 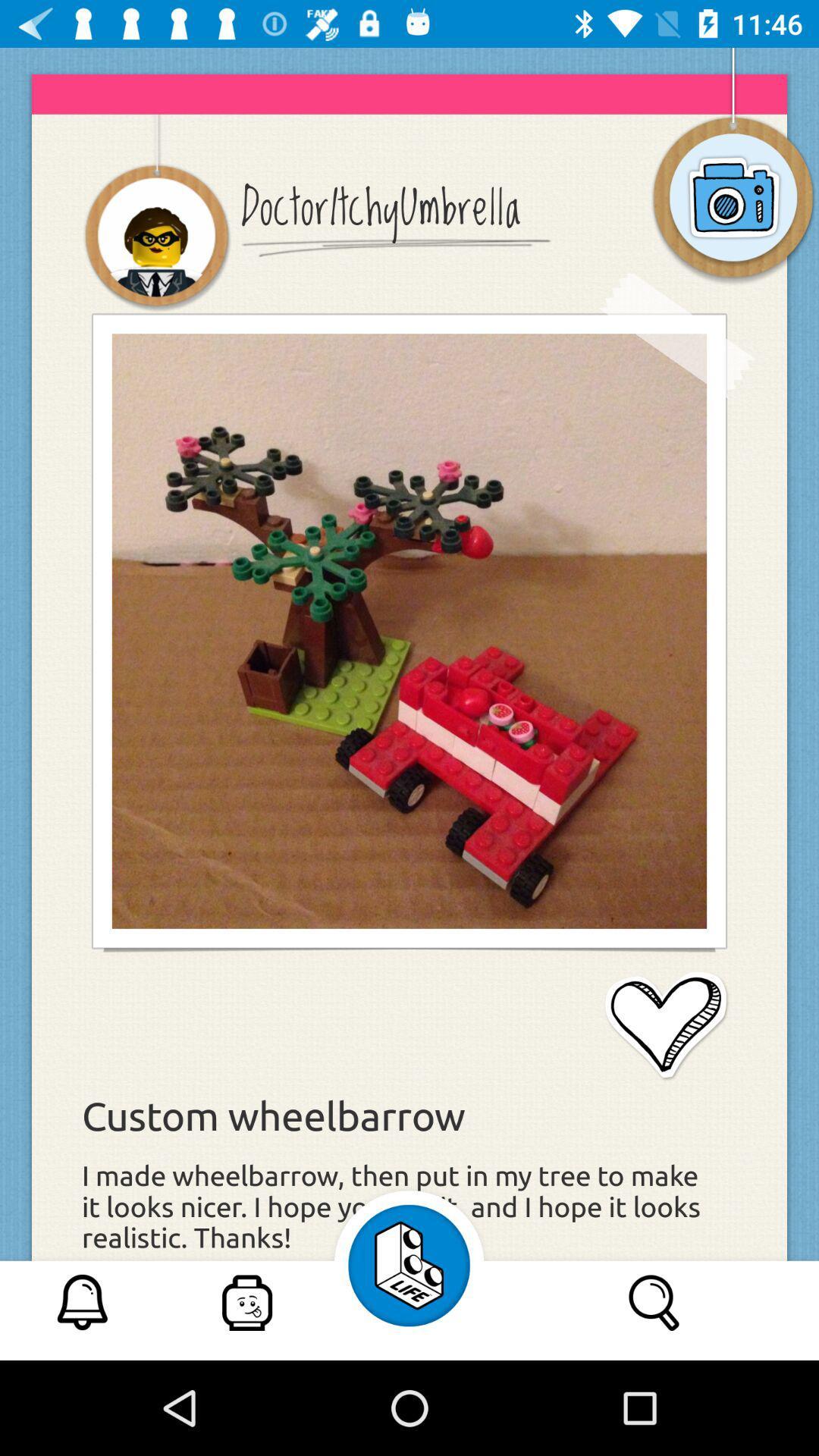 I want to click on second option at bottom of page, so click(x=246, y=1302).